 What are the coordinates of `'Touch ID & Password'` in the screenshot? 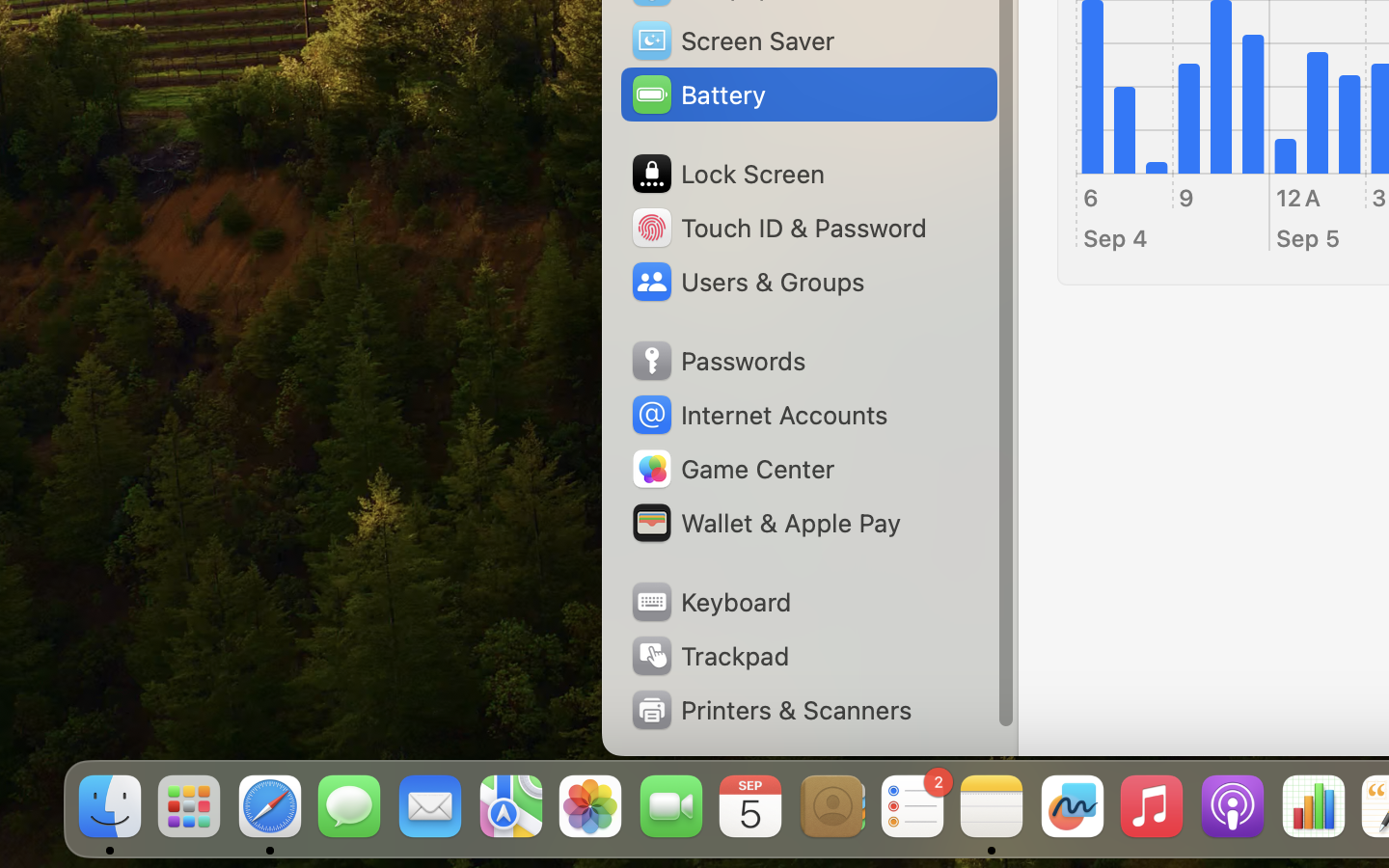 It's located at (777, 226).